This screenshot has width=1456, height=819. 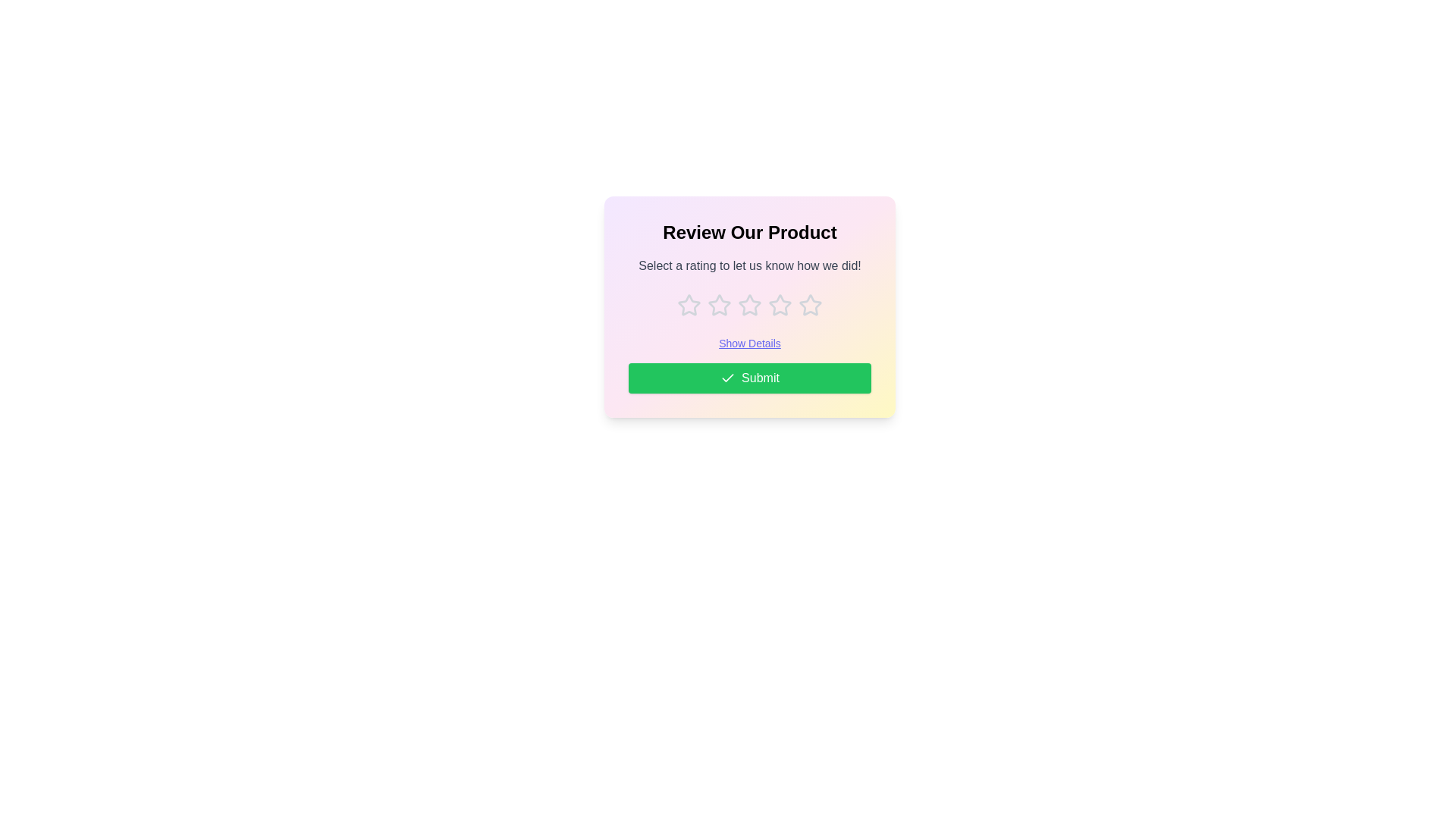 What do you see at coordinates (810, 305) in the screenshot?
I see `the rating to 5 stars by clicking on the corresponding star` at bounding box center [810, 305].